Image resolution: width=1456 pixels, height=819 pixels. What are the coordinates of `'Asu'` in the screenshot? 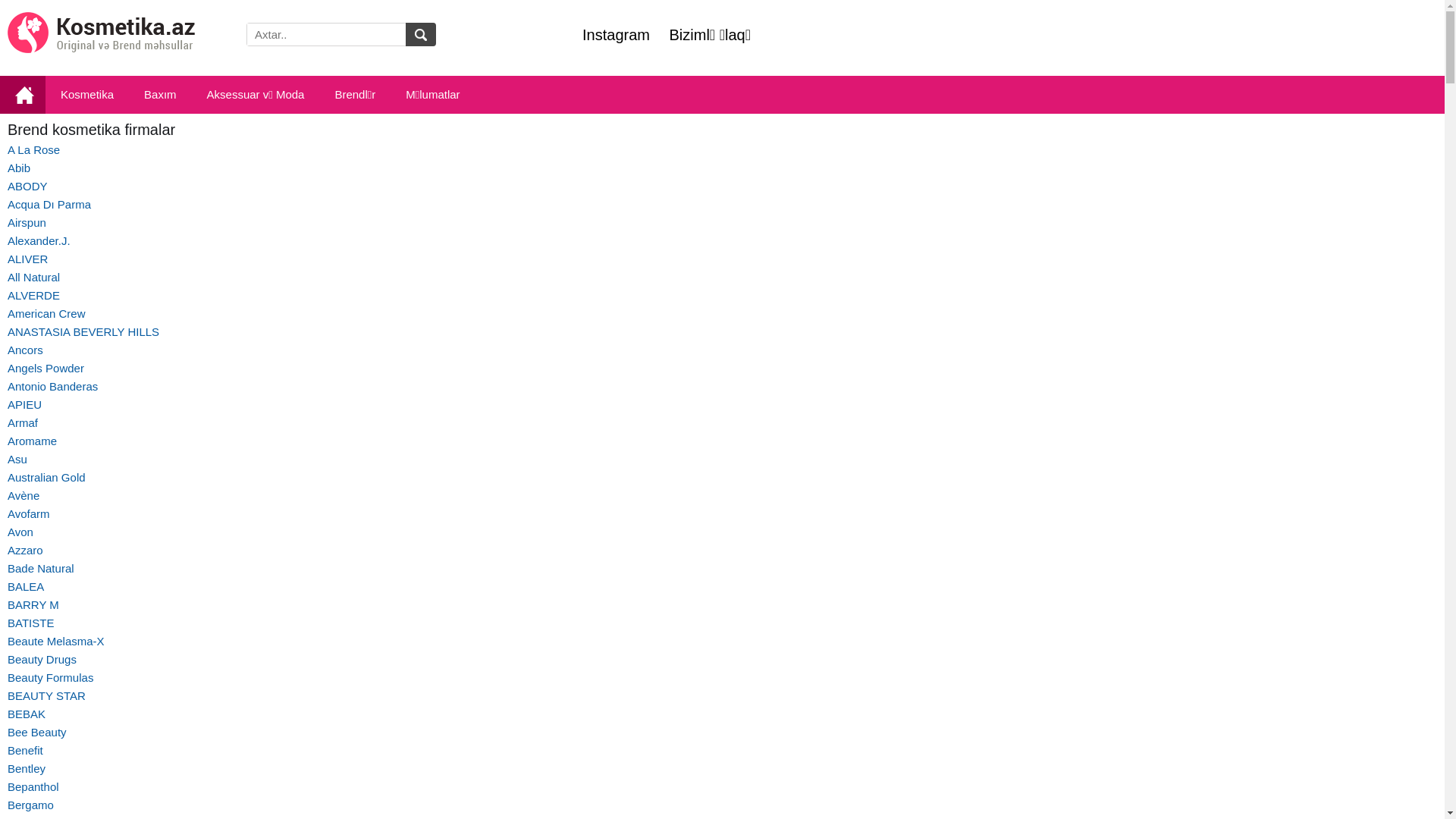 It's located at (17, 458).